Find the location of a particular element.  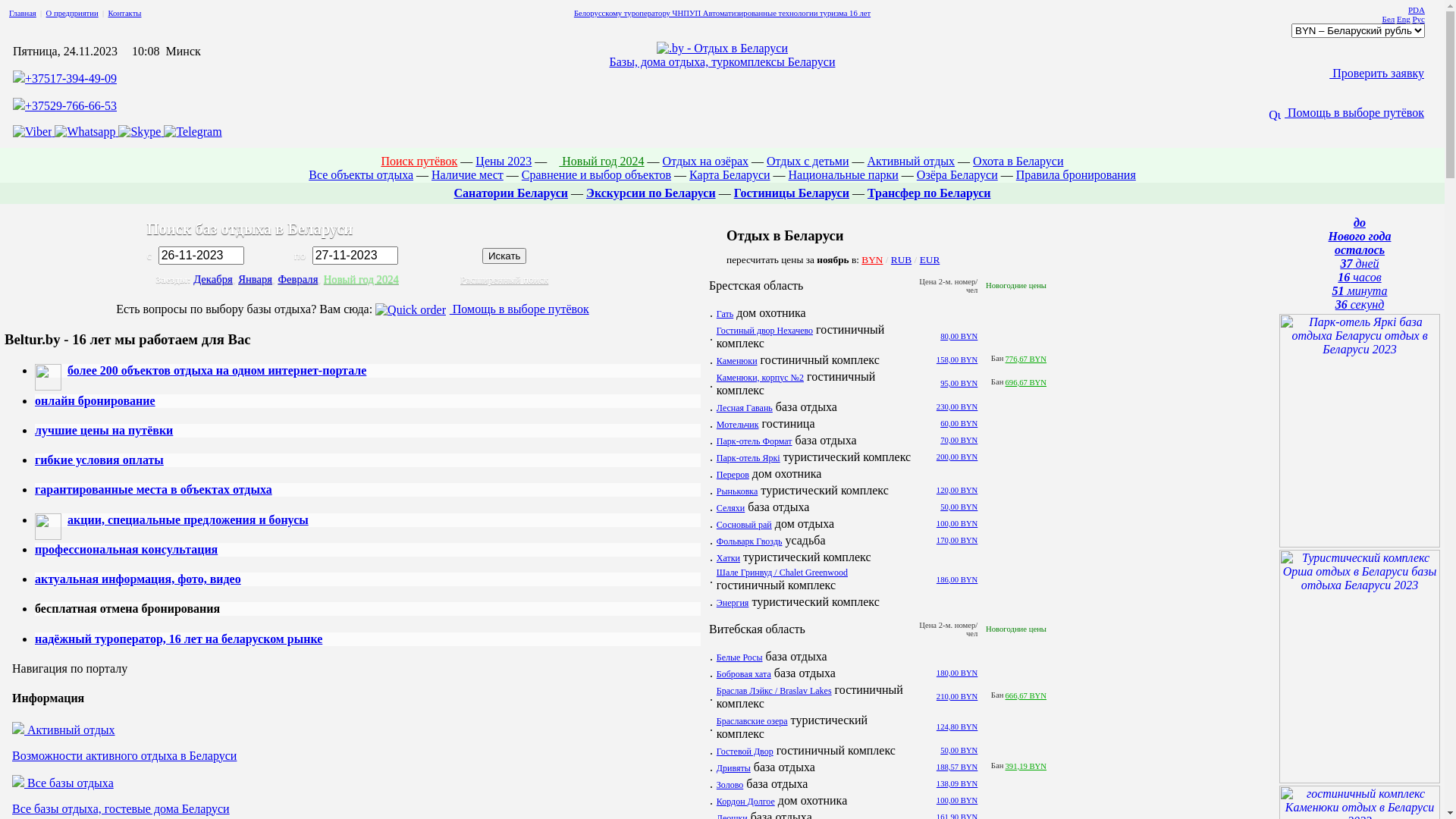

'666,67 BYN' is located at coordinates (1026, 695).